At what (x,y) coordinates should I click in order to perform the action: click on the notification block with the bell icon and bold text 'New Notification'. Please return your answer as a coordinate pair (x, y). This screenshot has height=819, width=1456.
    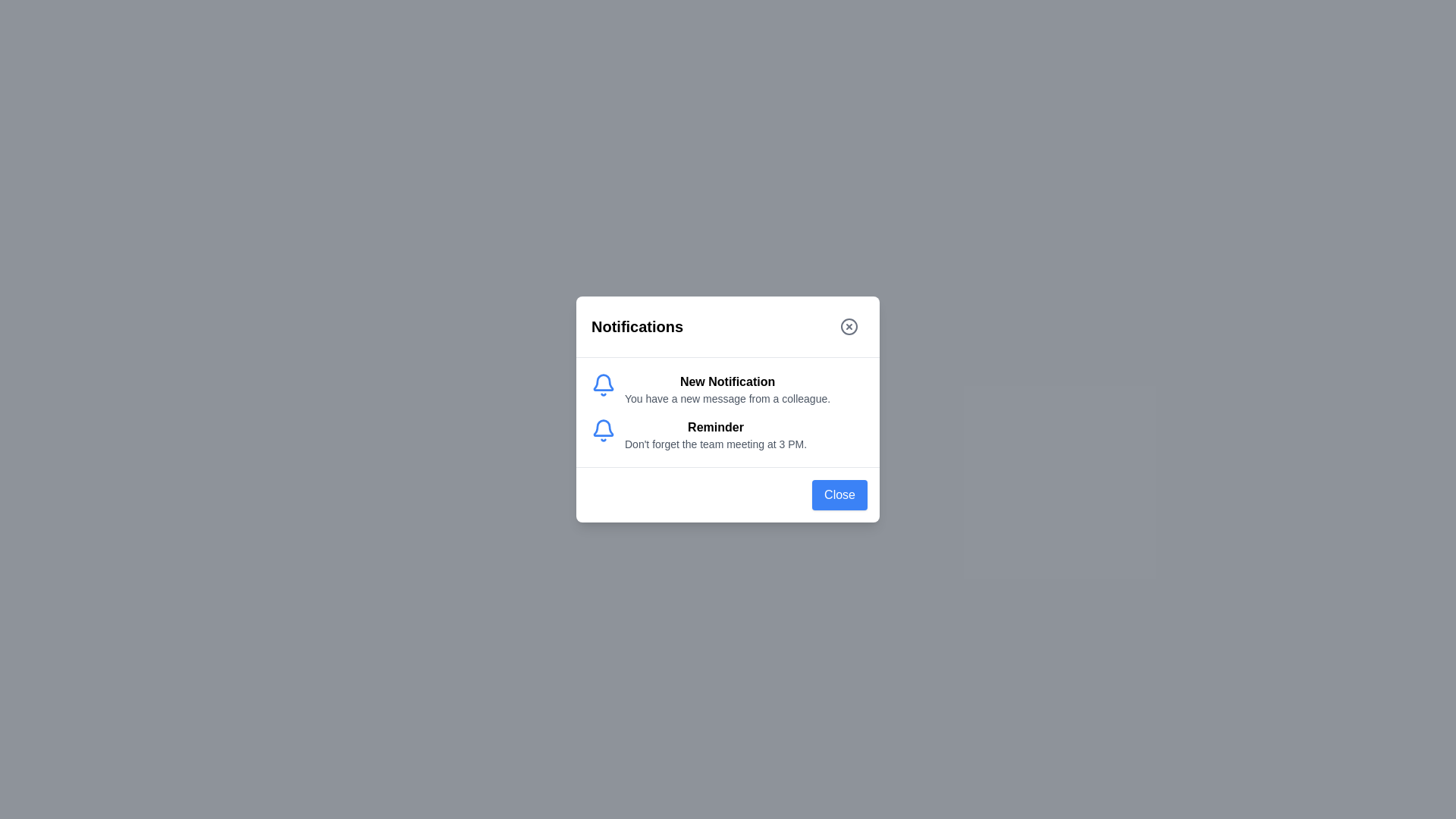
    Looking at the image, I should click on (728, 388).